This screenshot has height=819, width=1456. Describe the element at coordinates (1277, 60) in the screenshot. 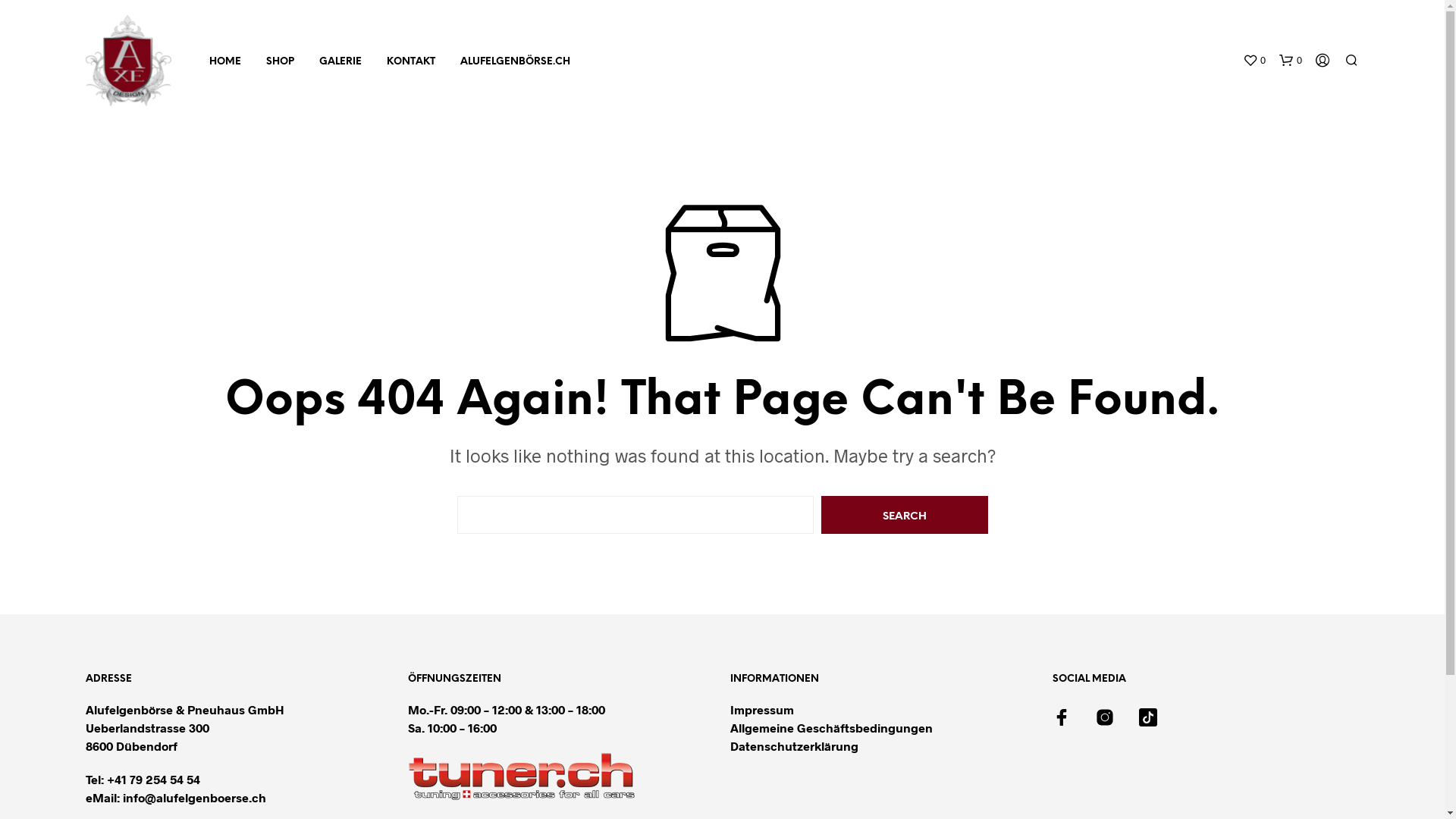

I see `'0'` at that location.